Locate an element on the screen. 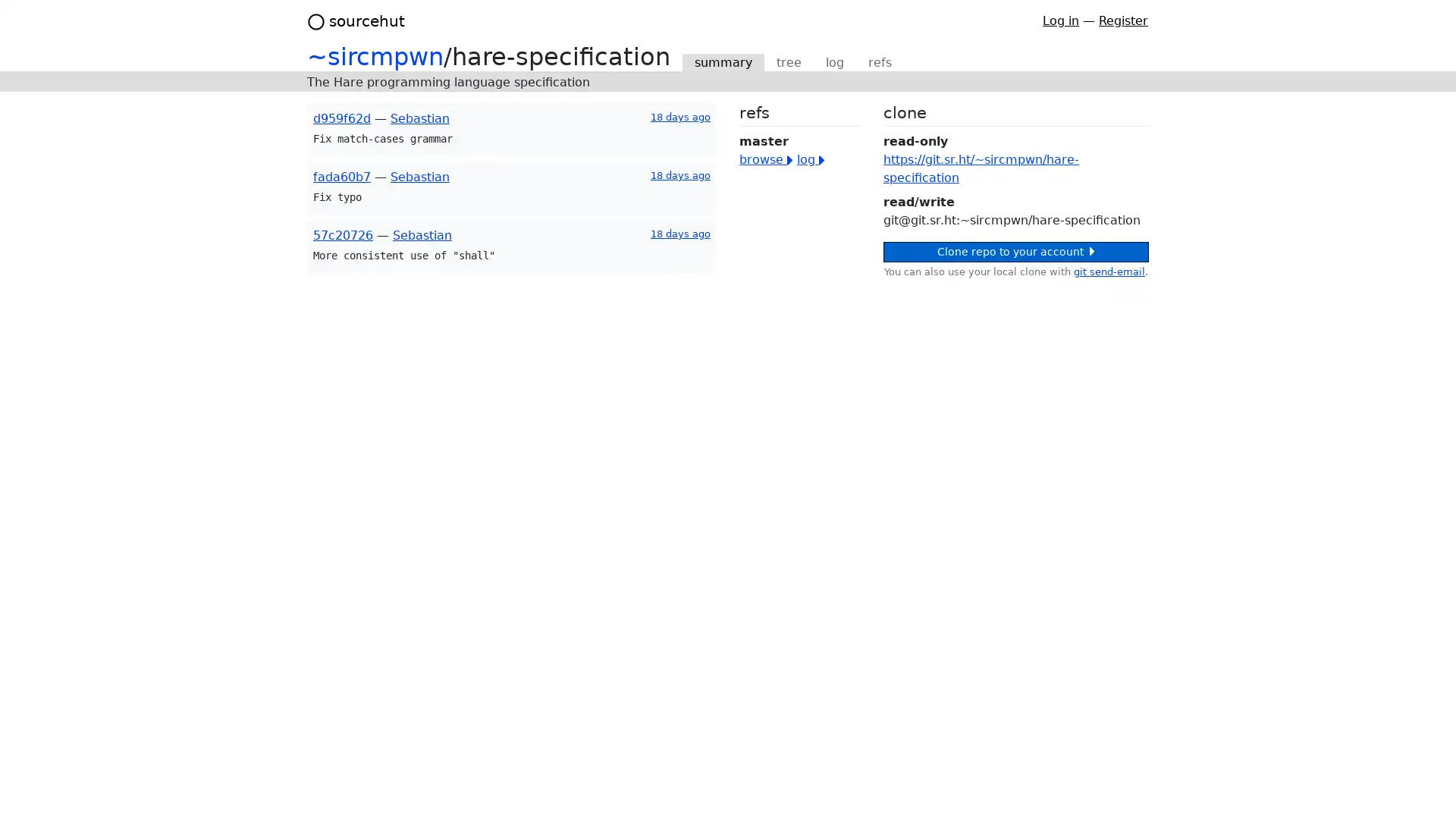  Clone repo to your account is located at coordinates (1015, 251).